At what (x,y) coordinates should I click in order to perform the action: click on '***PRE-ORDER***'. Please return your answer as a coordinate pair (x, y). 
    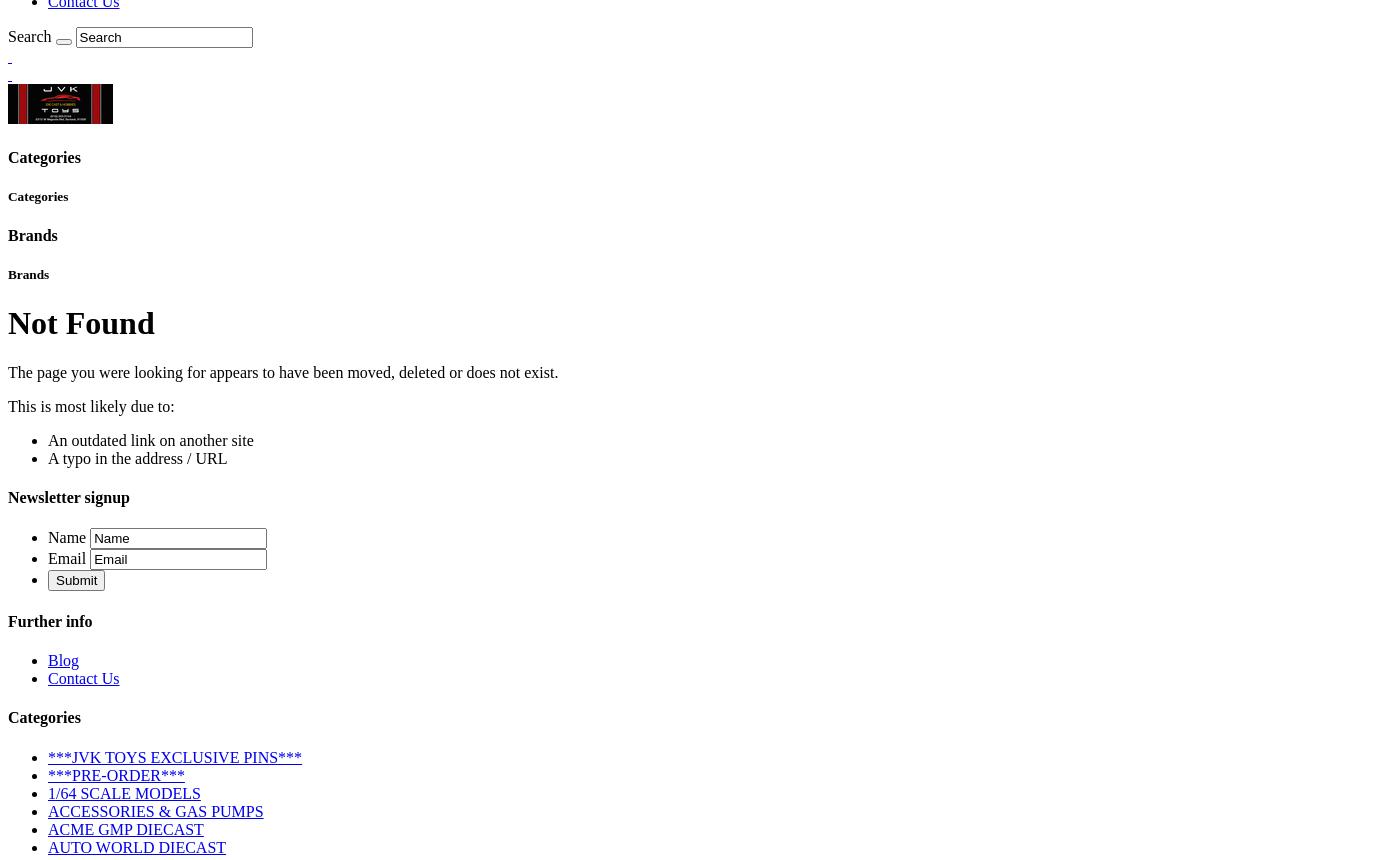
    Looking at the image, I should click on (48, 774).